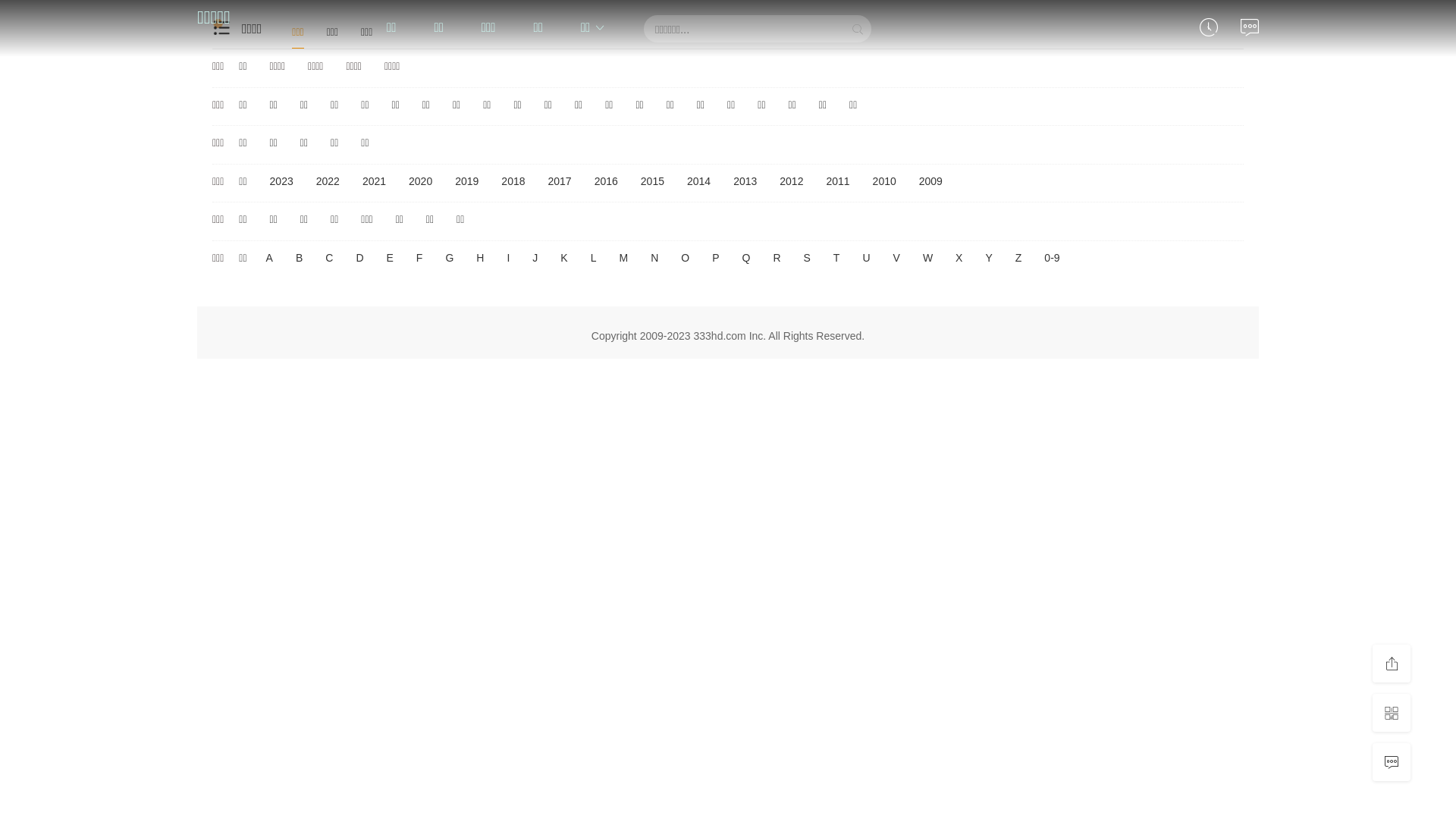  What do you see at coordinates (654, 257) in the screenshot?
I see `'N'` at bounding box center [654, 257].